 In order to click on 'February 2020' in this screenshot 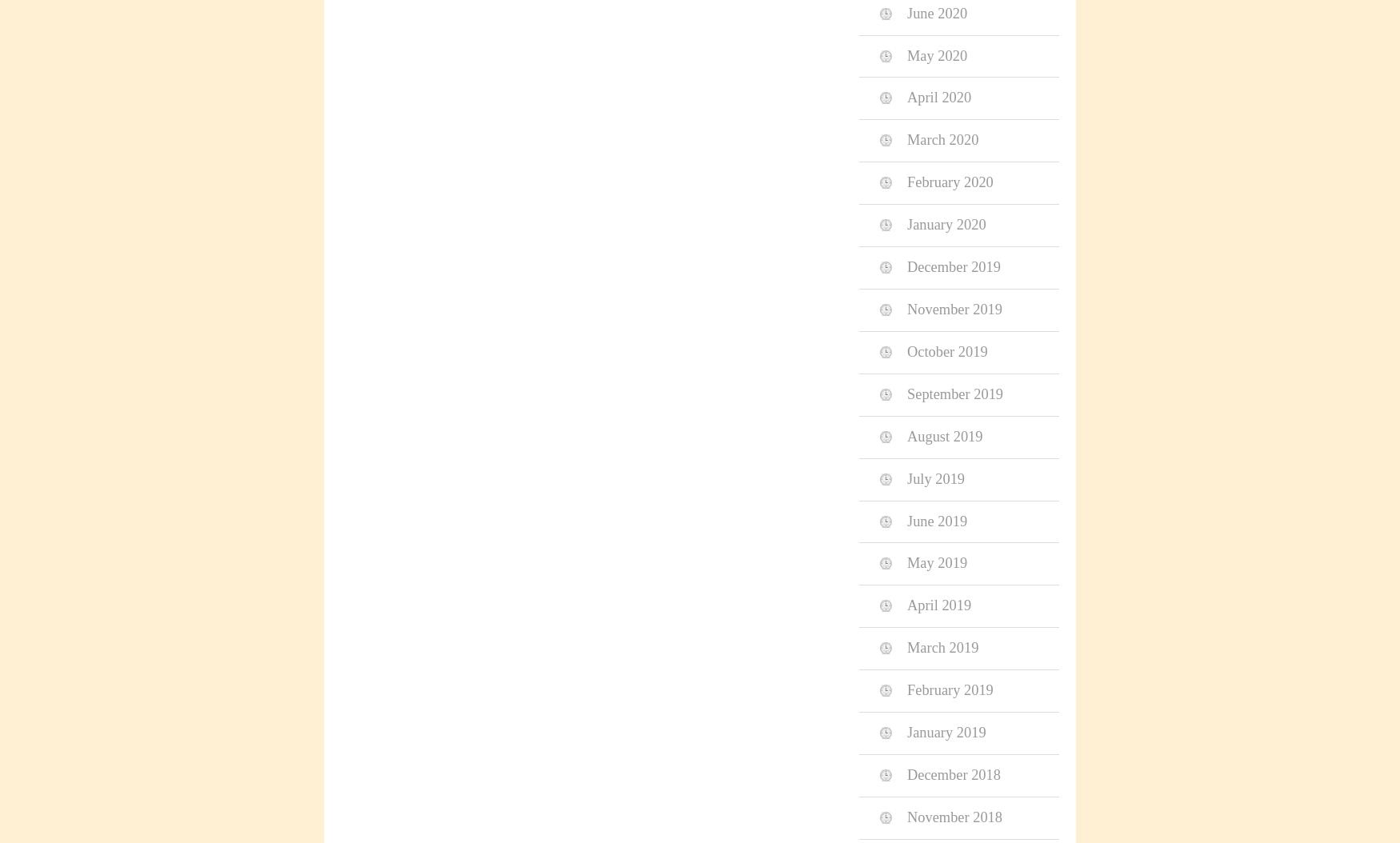, I will do `click(949, 182)`.